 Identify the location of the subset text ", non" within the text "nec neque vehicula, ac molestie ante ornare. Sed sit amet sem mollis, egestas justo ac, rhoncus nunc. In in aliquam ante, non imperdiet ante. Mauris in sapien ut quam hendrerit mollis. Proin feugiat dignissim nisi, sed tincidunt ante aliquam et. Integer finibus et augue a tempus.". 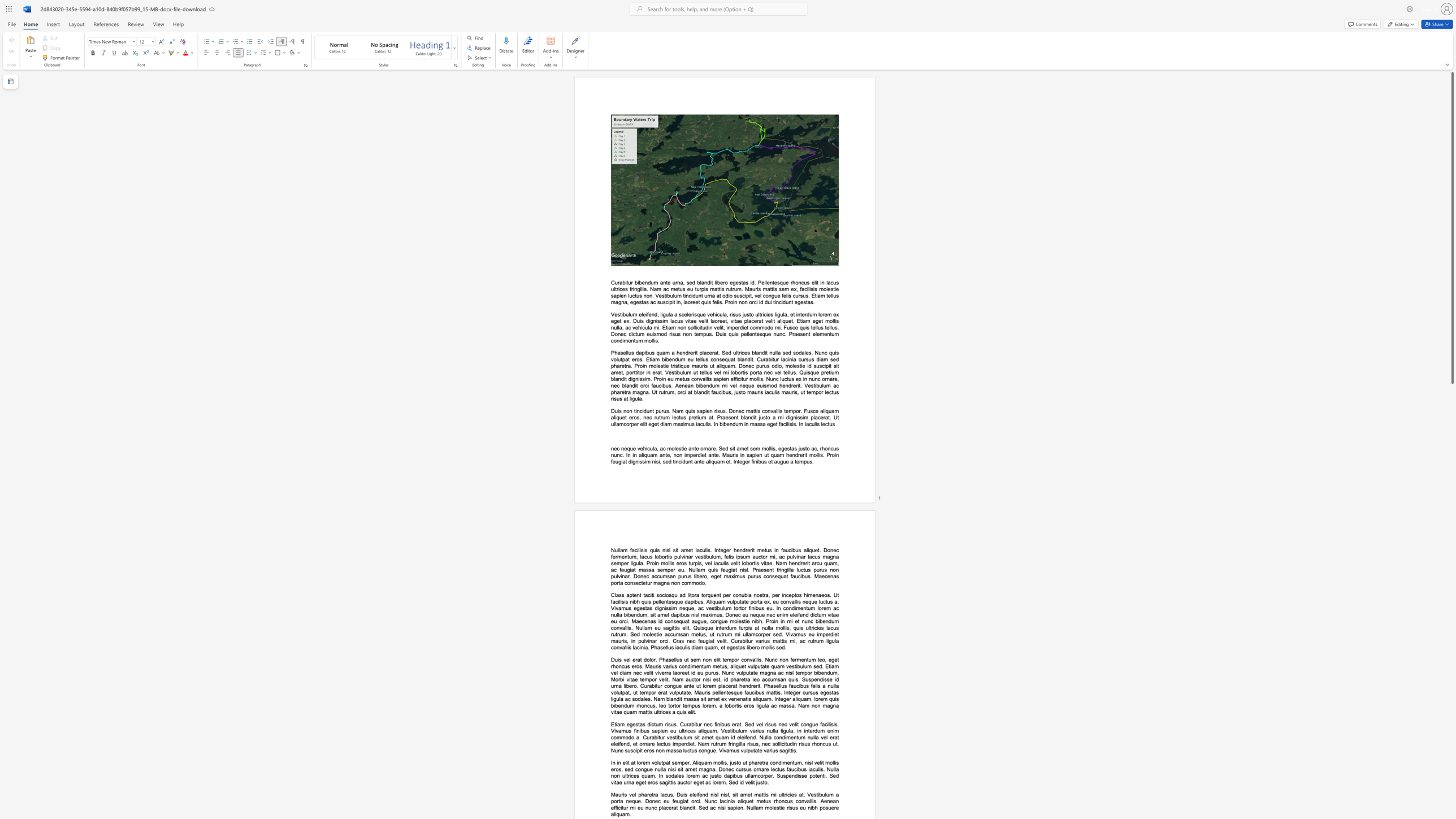
(669, 455).